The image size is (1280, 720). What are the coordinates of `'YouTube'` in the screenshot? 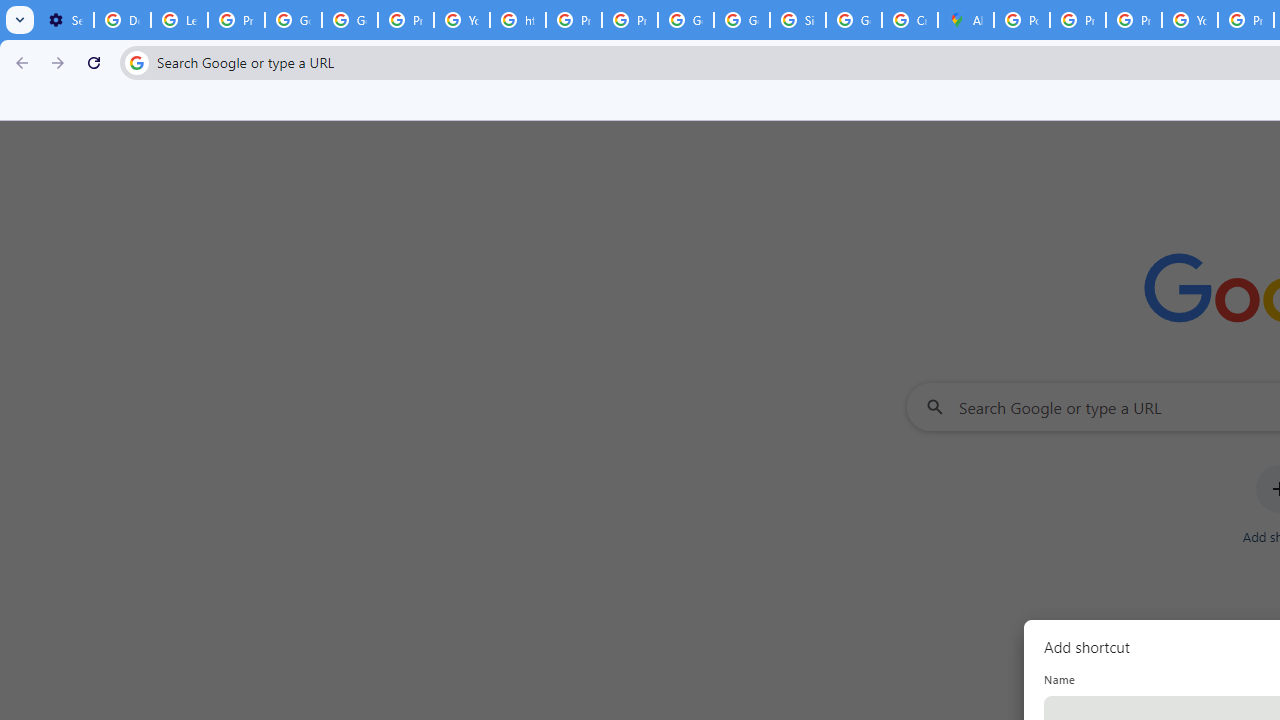 It's located at (461, 20).